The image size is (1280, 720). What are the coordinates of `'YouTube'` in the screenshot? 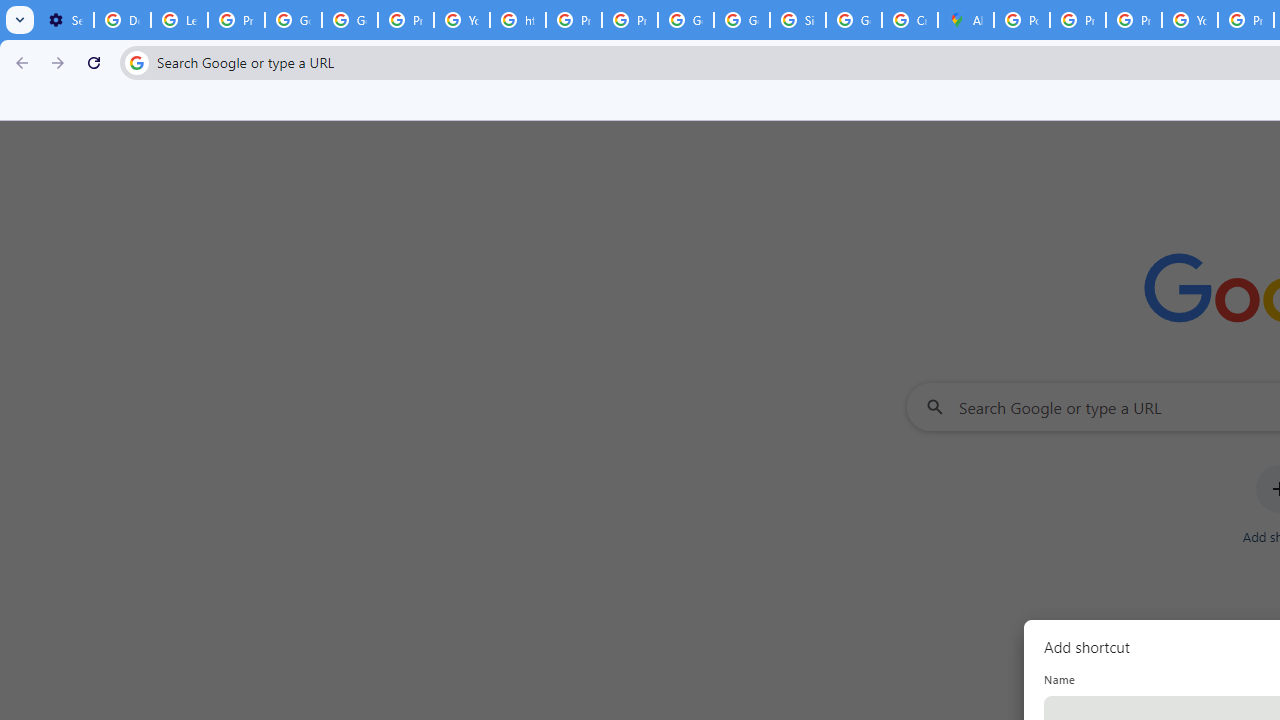 It's located at (461, 20).